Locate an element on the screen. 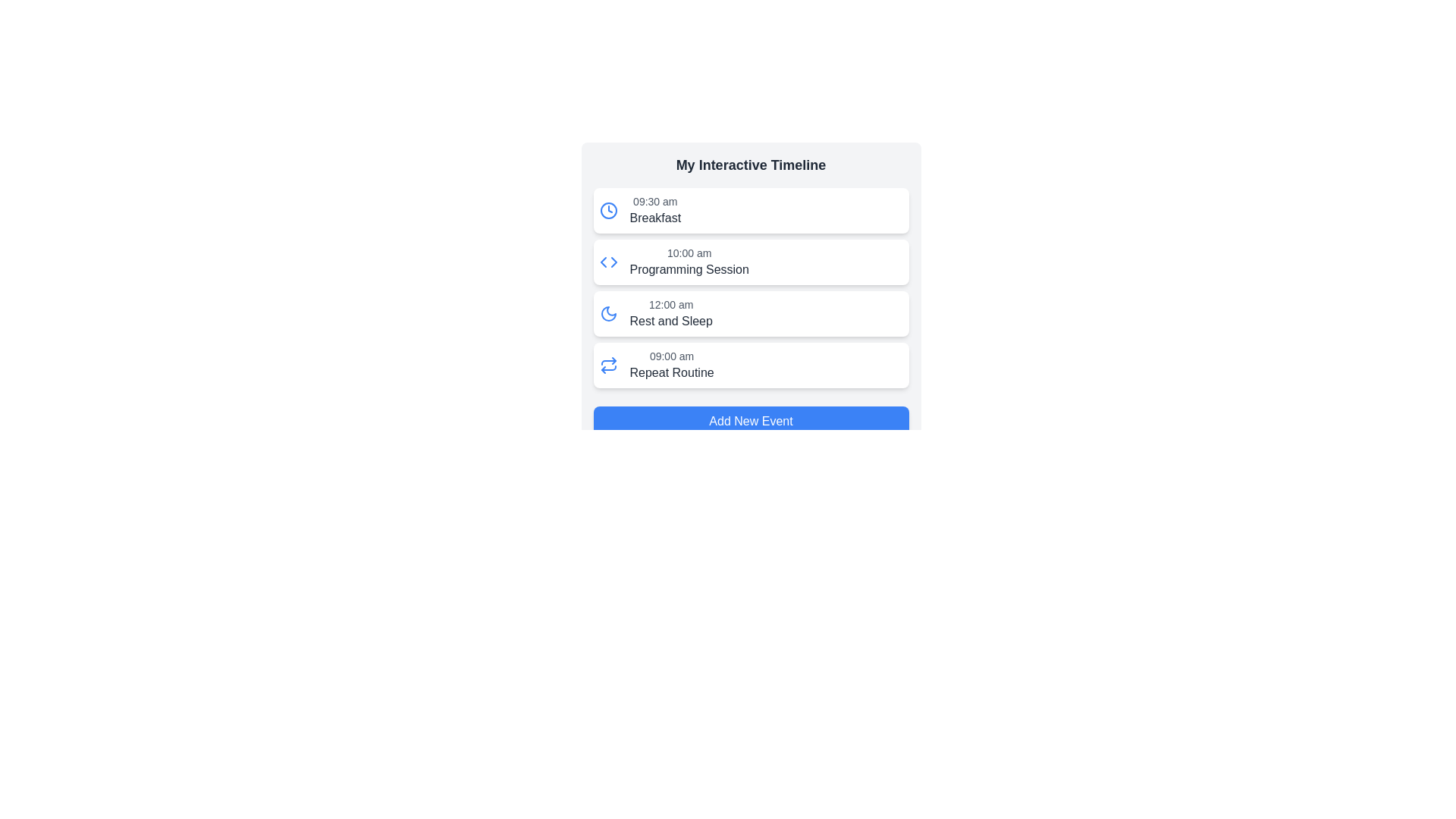 Image resolution: width=1456 pixels, height=819 pixels. the decorative nighttime icon that represents sleep, located to the left of the text '12:00 am Rest and Sleep' is located at coordinates (608, 312).